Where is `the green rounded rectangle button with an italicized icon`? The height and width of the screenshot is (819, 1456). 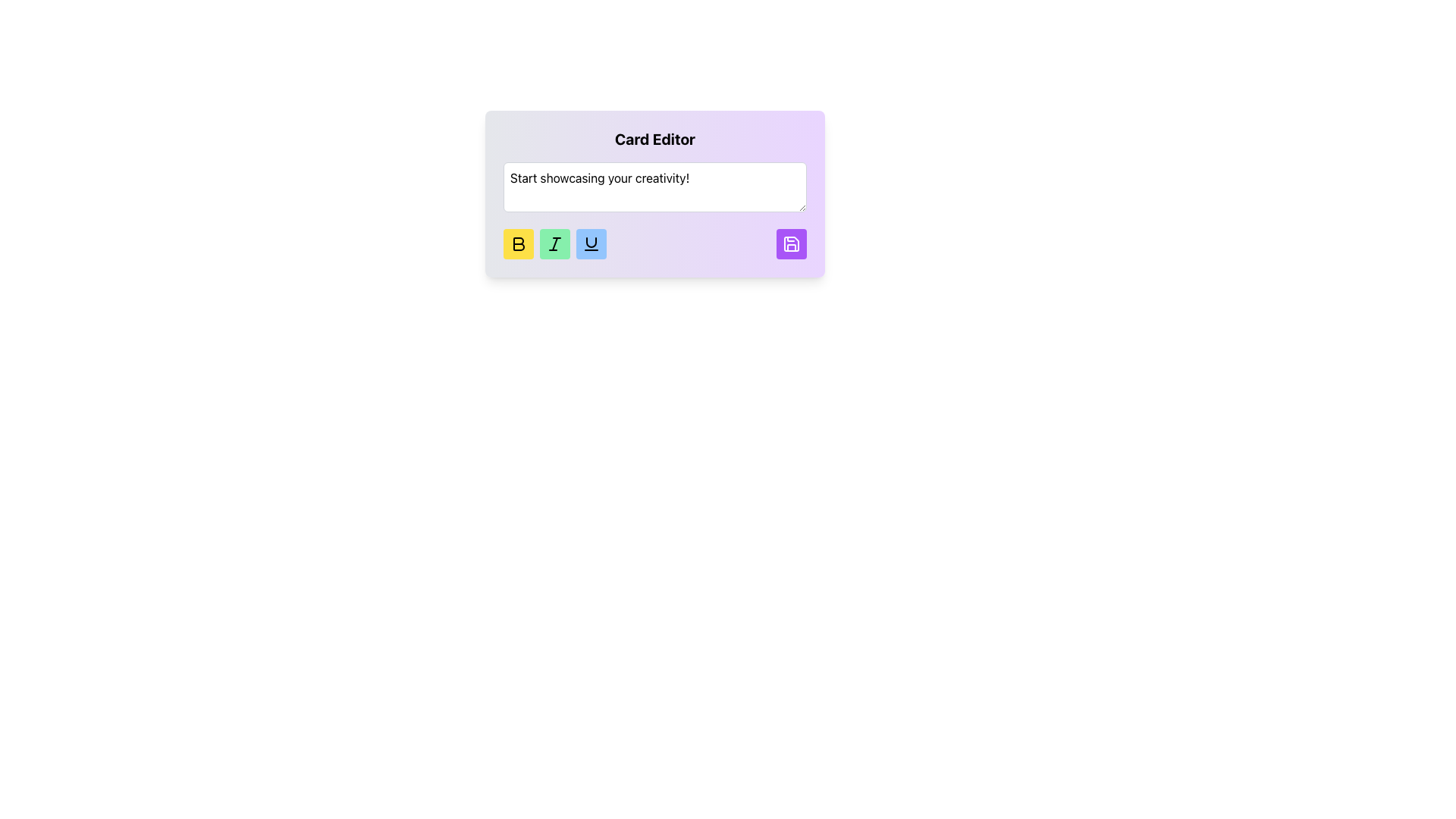
the green rounded rectangle button with an italicized icon is located at coordinates (554, 243).